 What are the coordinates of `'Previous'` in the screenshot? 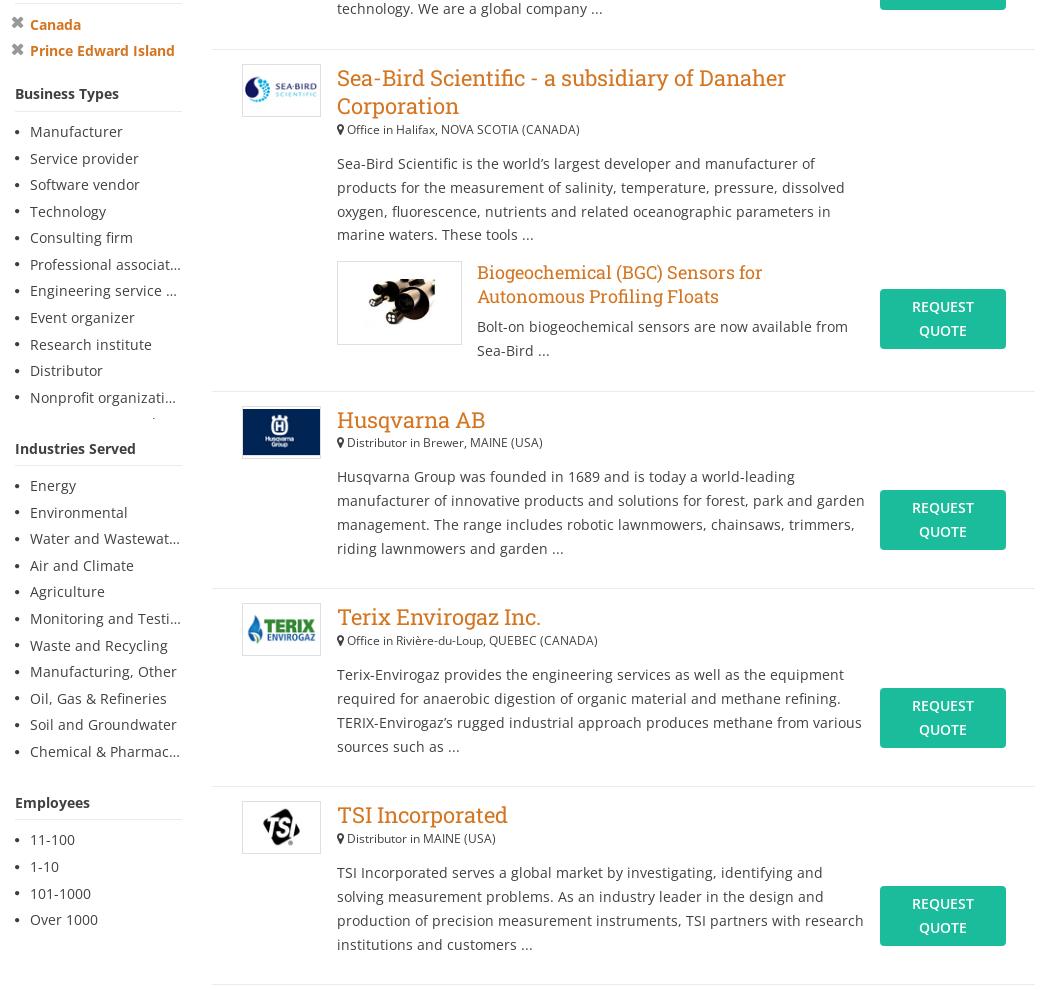 It's located at (467, 294).